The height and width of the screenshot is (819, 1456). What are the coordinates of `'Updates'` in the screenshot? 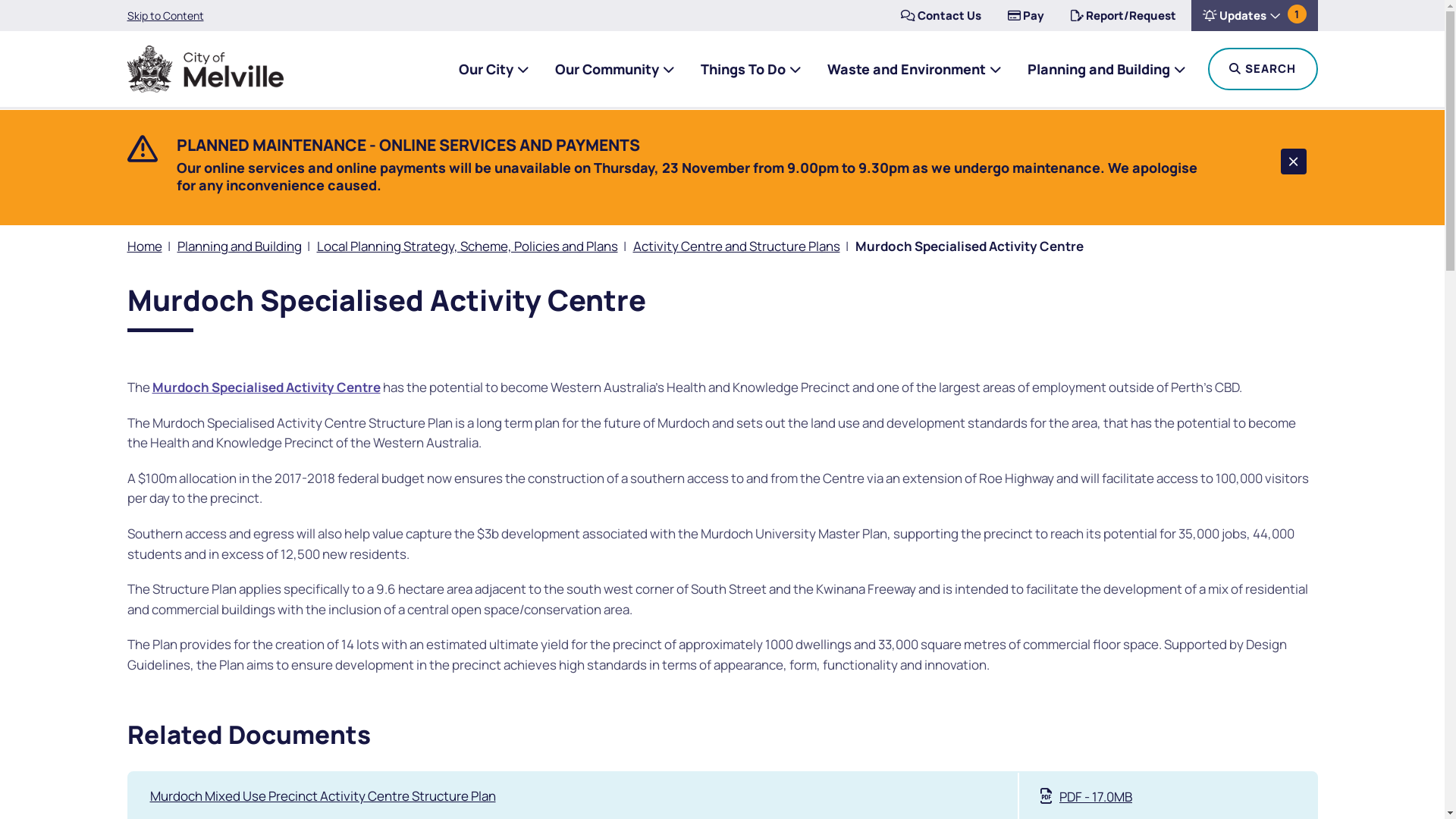 It's located at (1189, 15).